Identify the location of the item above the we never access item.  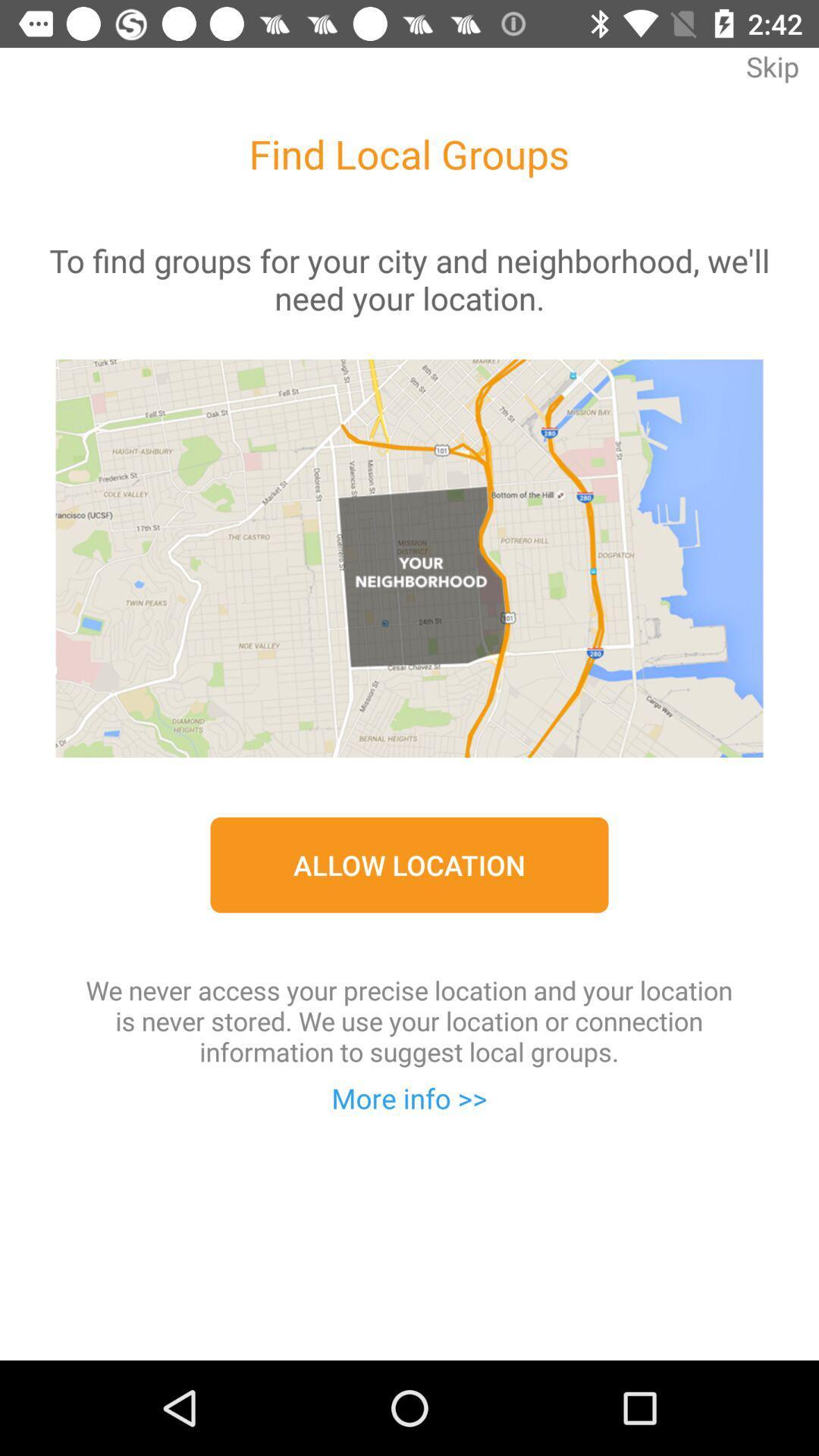
(409, 864).